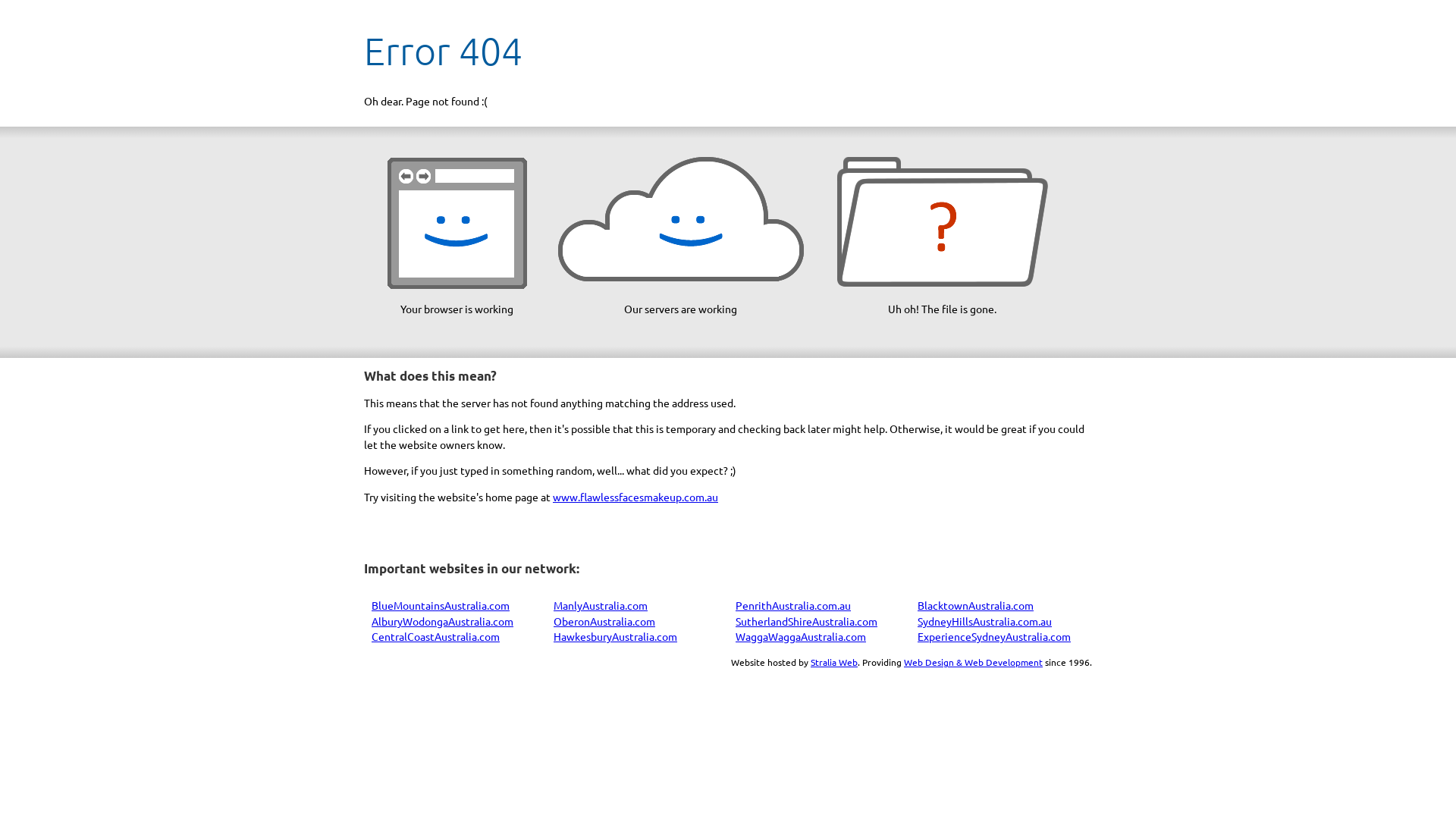 This screenshot has height=819, width=1456. Describe the element at coordinates (439, 604) in the screenshot. I see `'BlueMountainsAustralia.com'` at that location.